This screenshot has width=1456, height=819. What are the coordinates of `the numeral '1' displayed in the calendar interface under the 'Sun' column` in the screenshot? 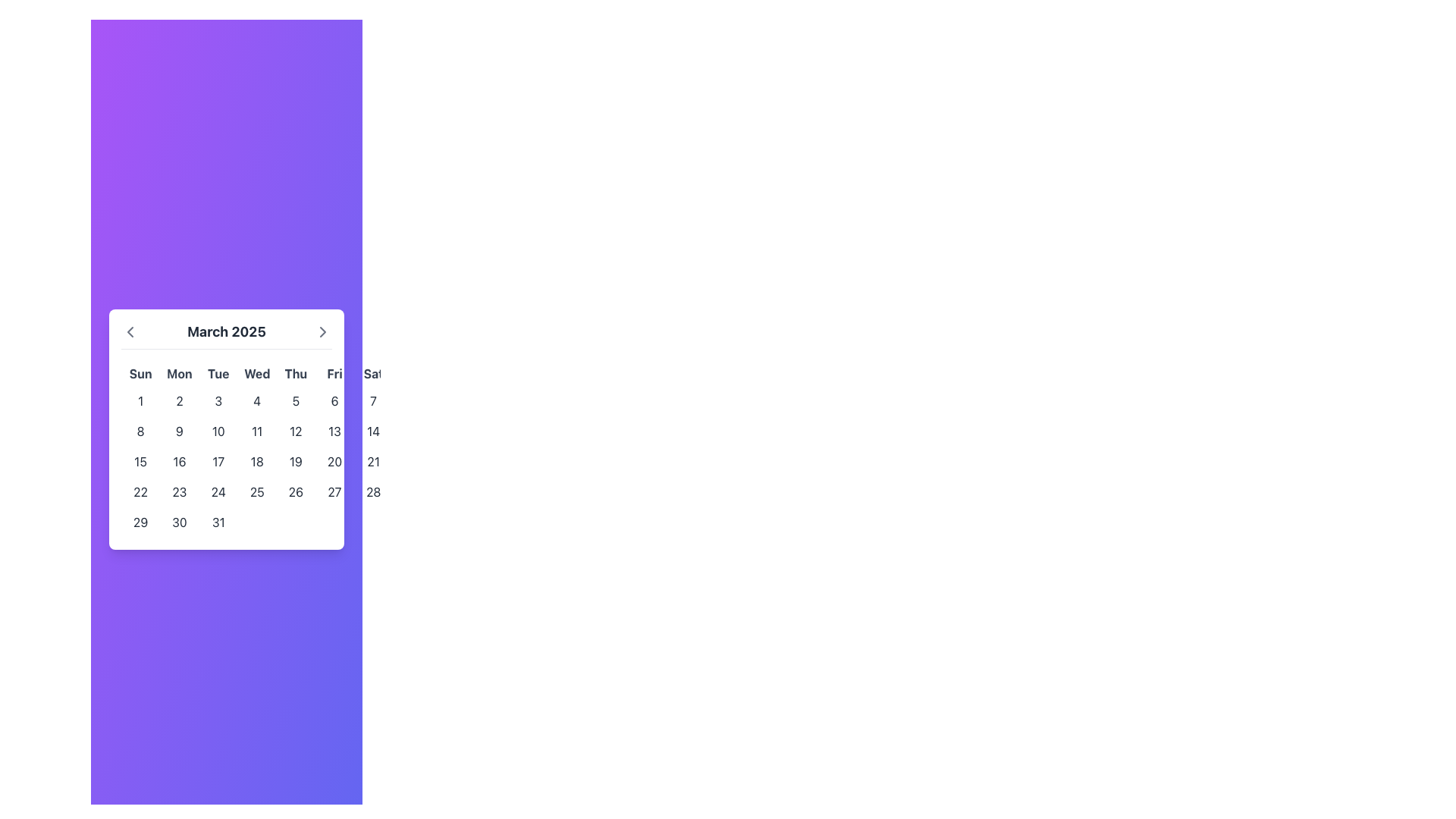 It's located at (140, 400).